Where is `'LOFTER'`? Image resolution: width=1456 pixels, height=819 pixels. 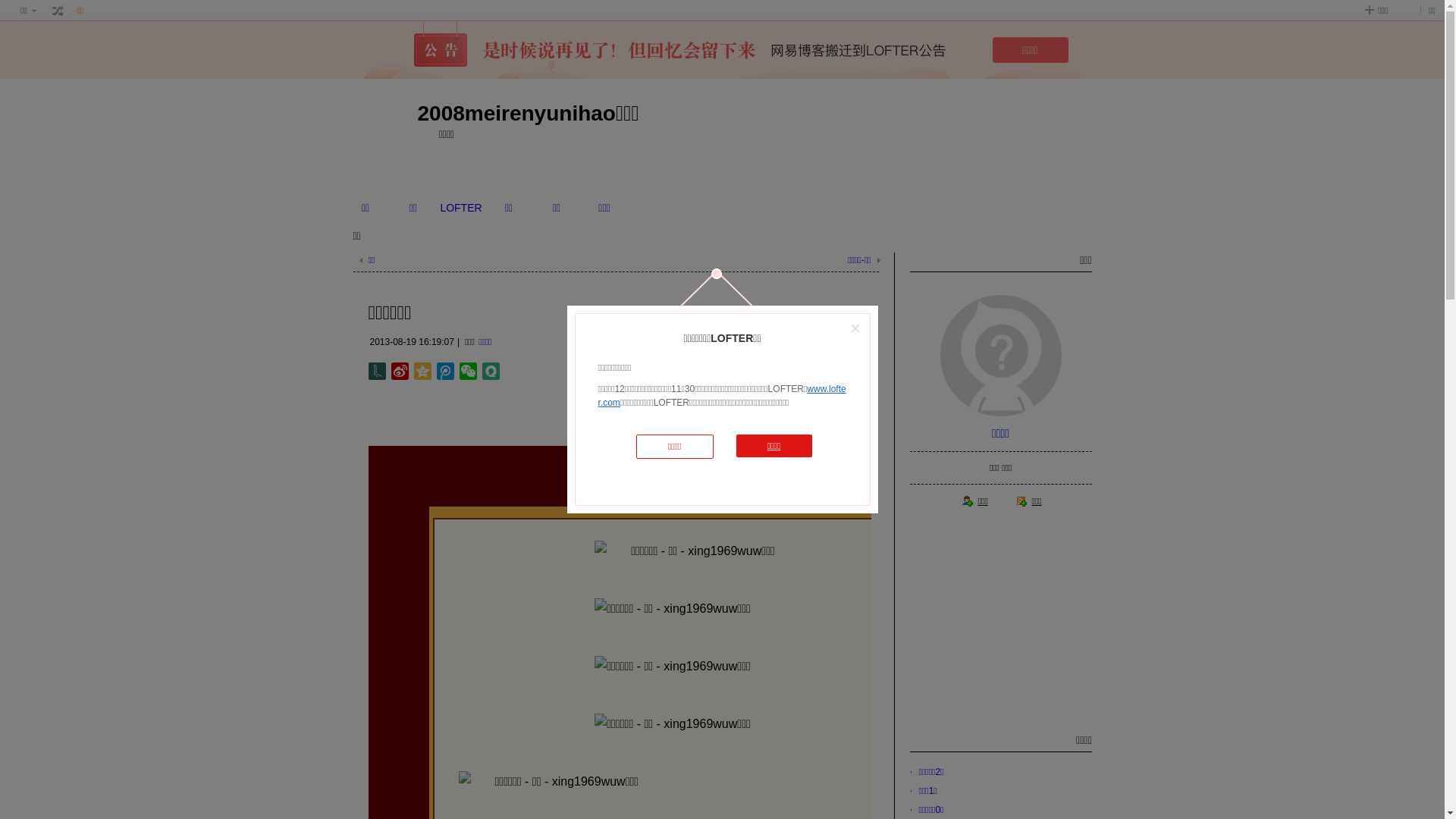
'LOFTER' is located at coordinates (460, 207).